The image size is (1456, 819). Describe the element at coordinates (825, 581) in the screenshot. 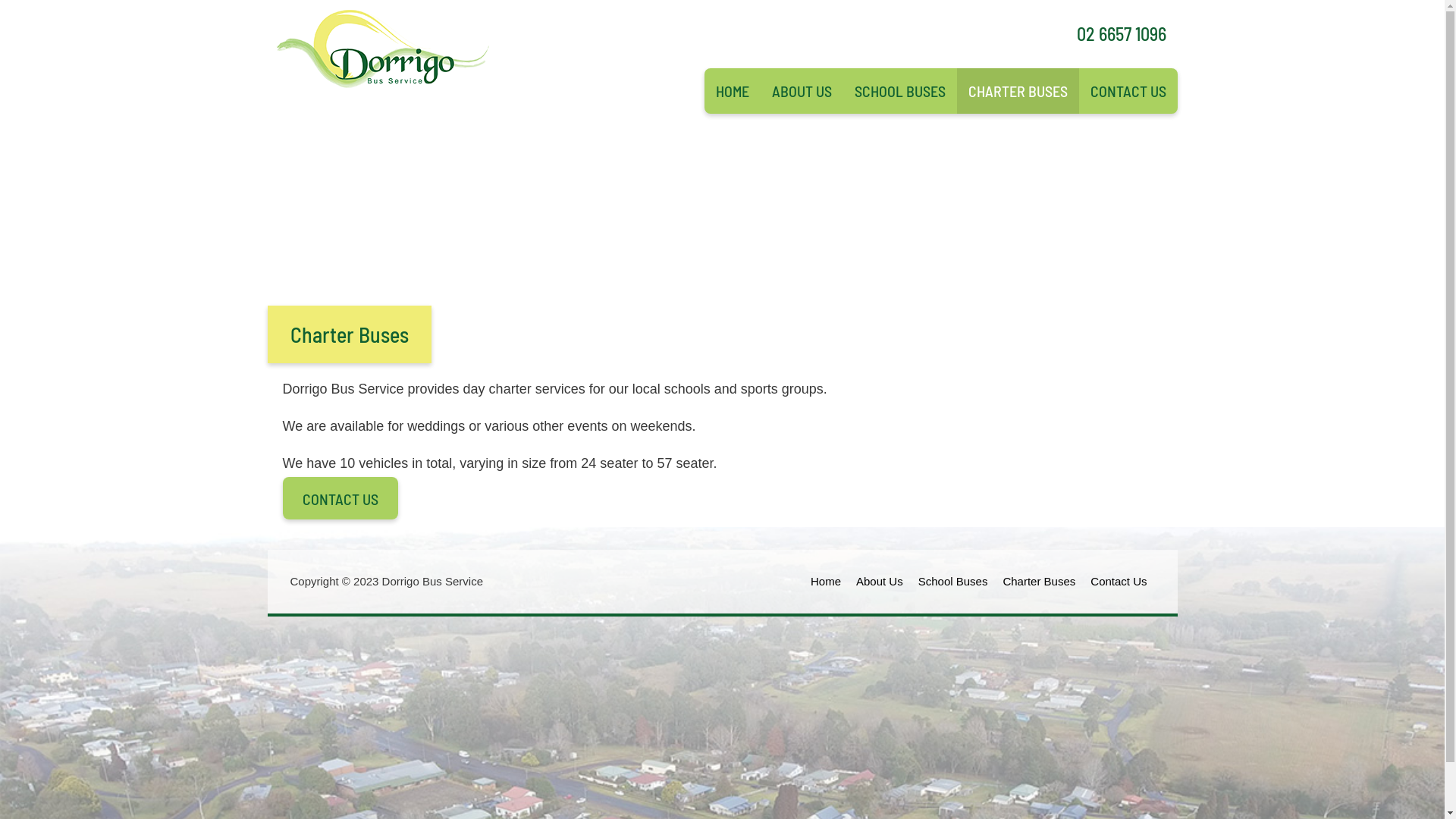

I see `'Home'` at that location.